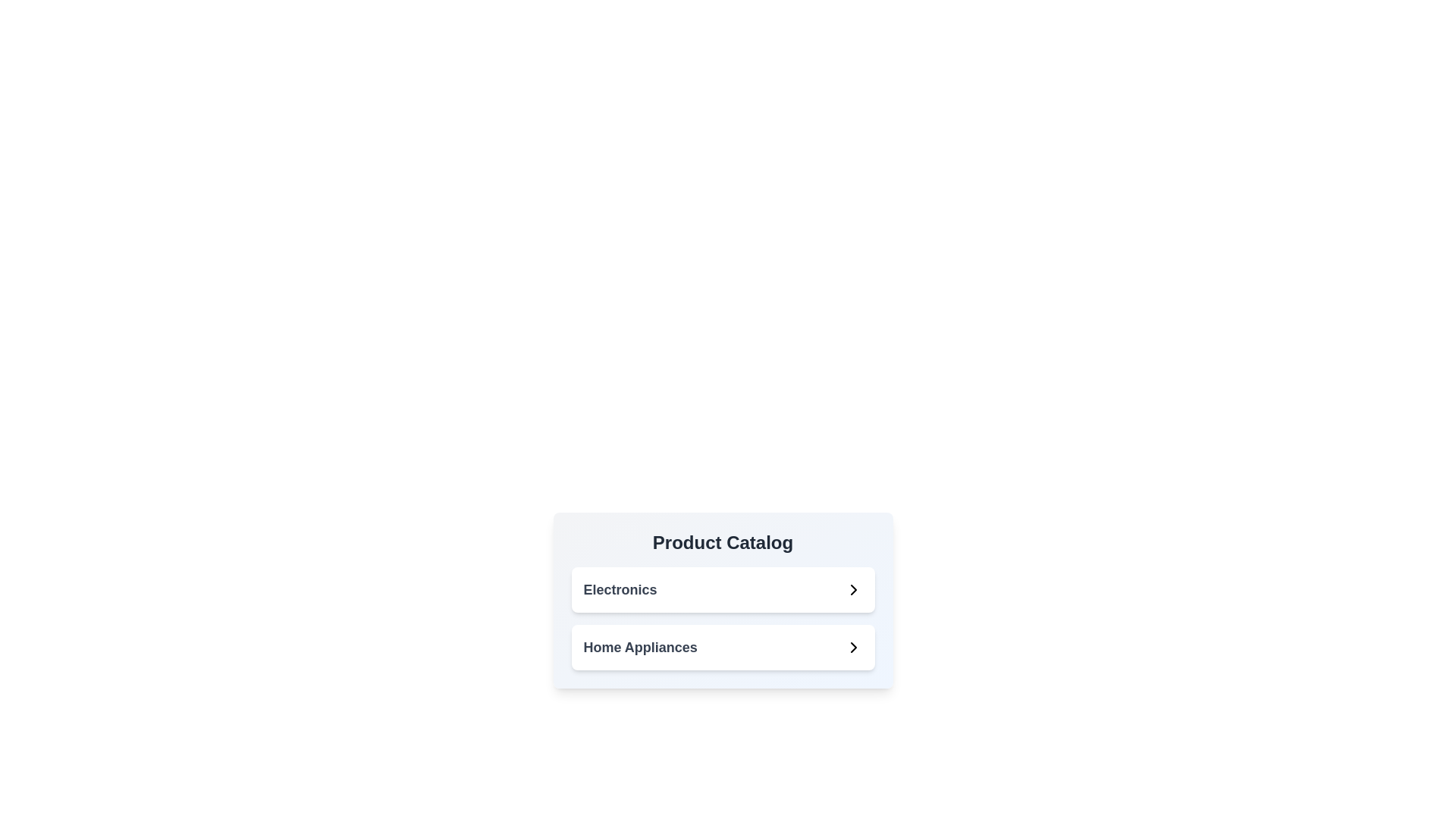 This screenshot has width=1456, height=819. Describe the element at coordinates (722, 589) in the screenshot. I see `the first selectable item in the vertical stack` at that location.